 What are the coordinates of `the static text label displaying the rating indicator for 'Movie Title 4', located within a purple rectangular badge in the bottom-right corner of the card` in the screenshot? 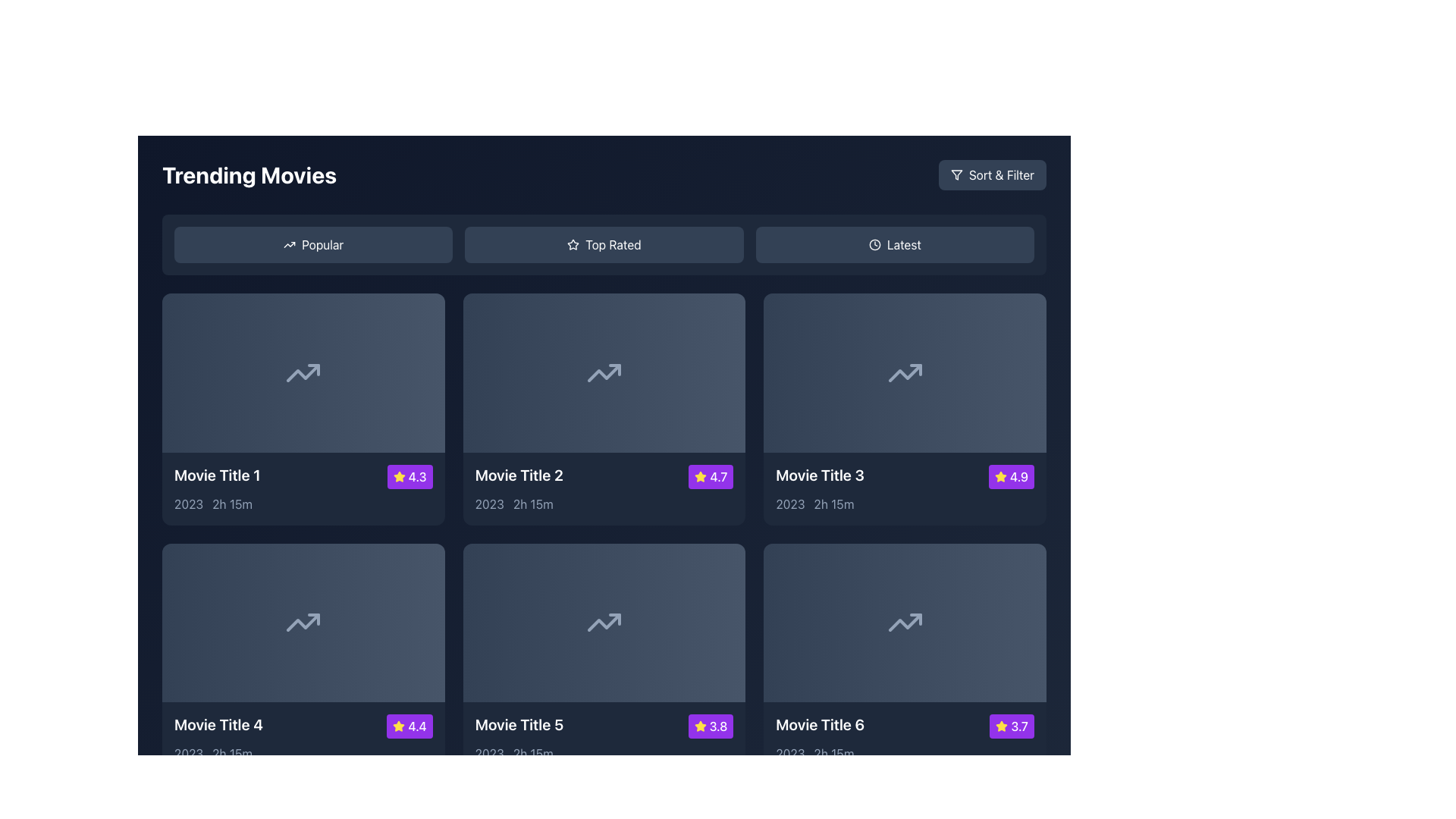 It's located at (417, 726).